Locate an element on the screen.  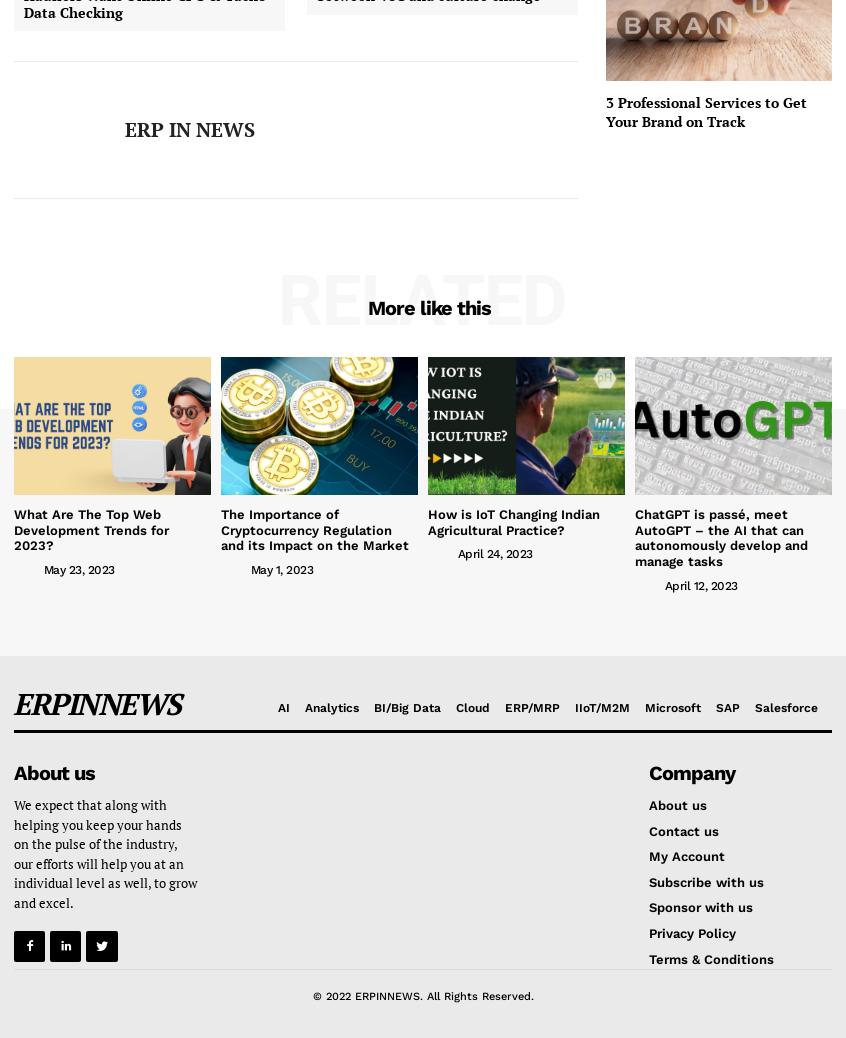
'ERPINNEWS' is located at coordinates (96, 702).